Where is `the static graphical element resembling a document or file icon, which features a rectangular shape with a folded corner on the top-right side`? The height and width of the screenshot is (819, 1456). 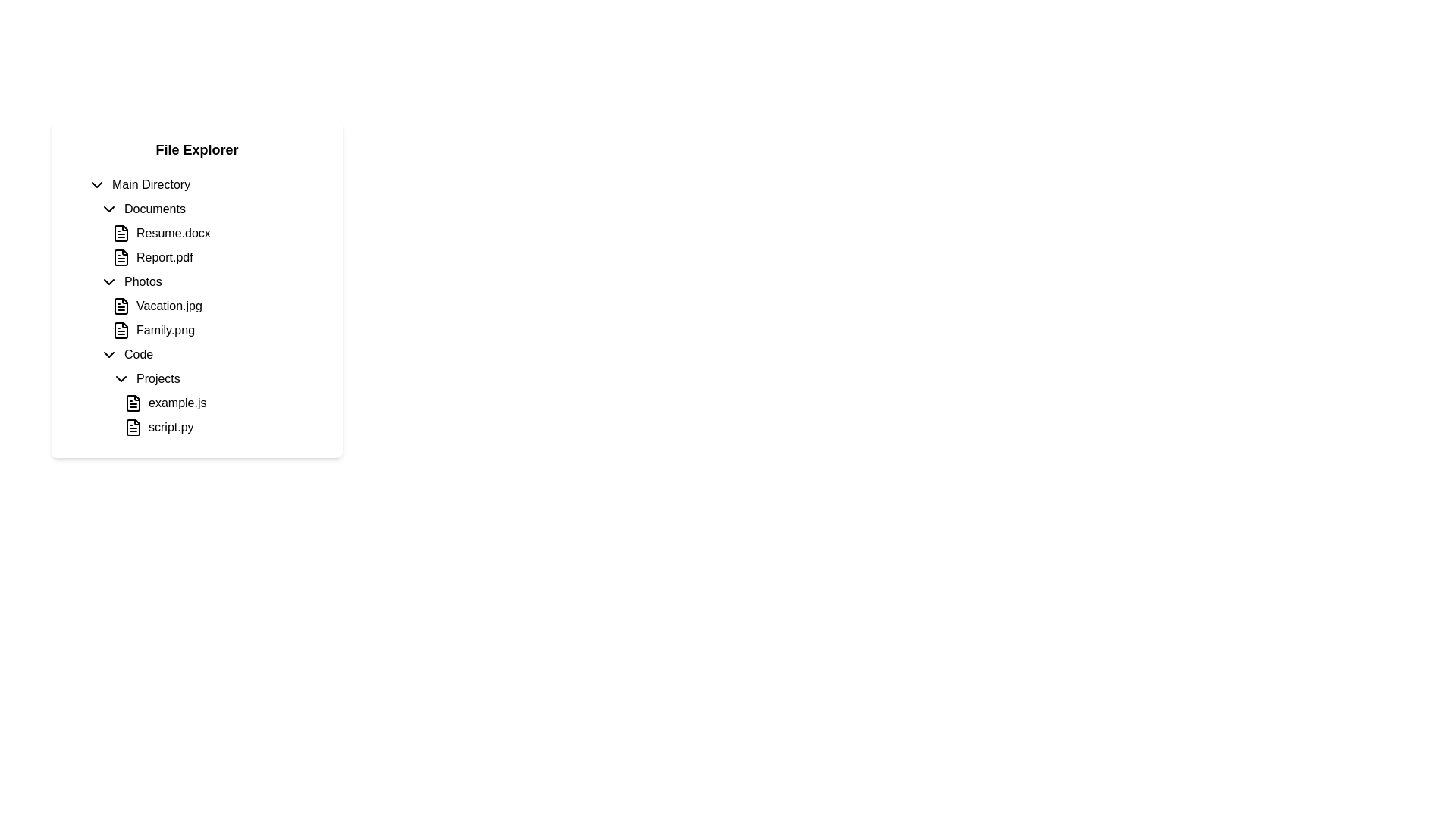 the static graphical element resembling a document or file icon, which features a rectangular shape with a folded corner on the top-right side is located at coordinates (120, 329).